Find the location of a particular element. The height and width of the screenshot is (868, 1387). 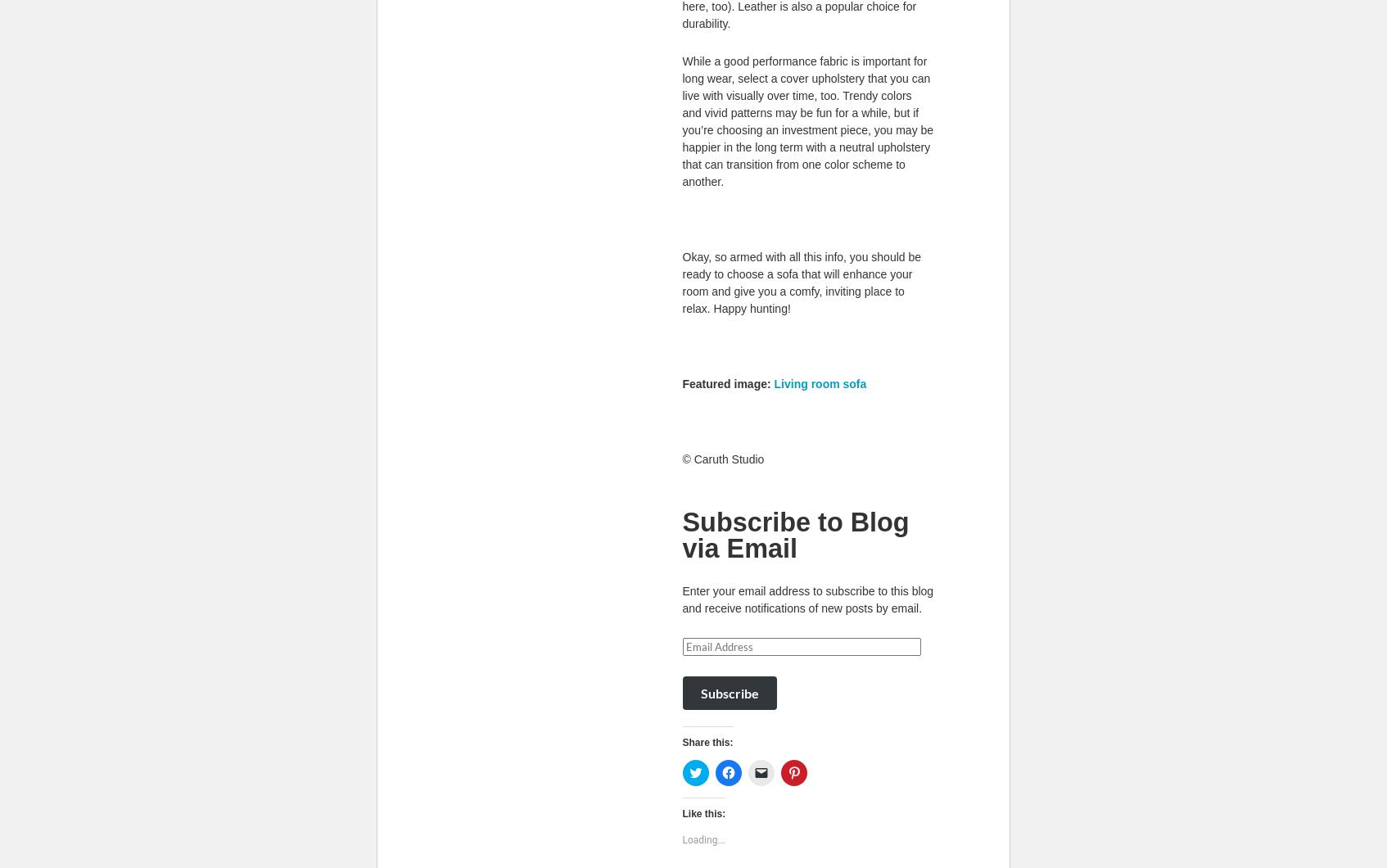

'Subscribe to Blog via Email' is located at coordinates (794, 535).